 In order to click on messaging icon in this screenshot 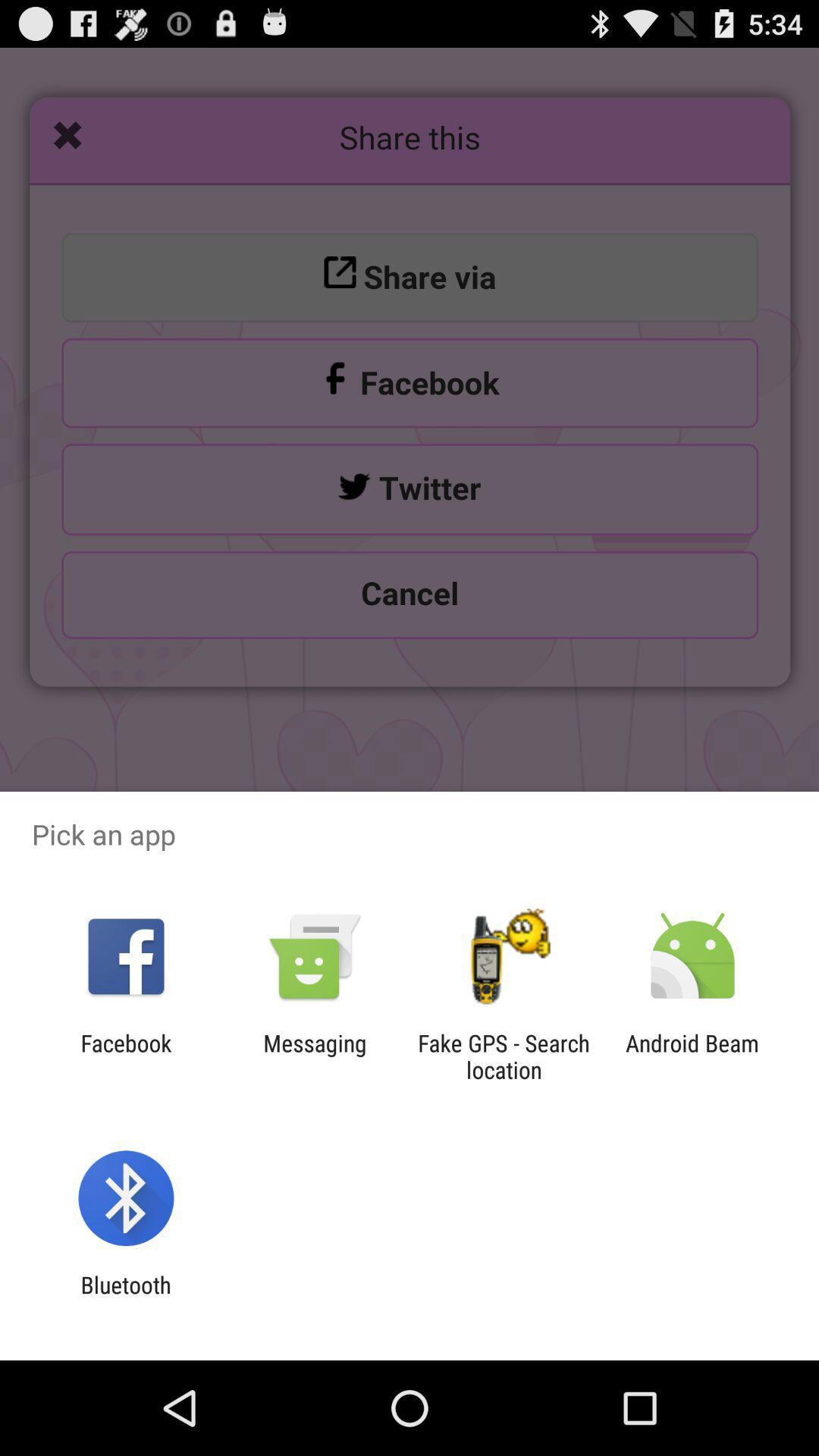, I will do `click(314, 1056)`.